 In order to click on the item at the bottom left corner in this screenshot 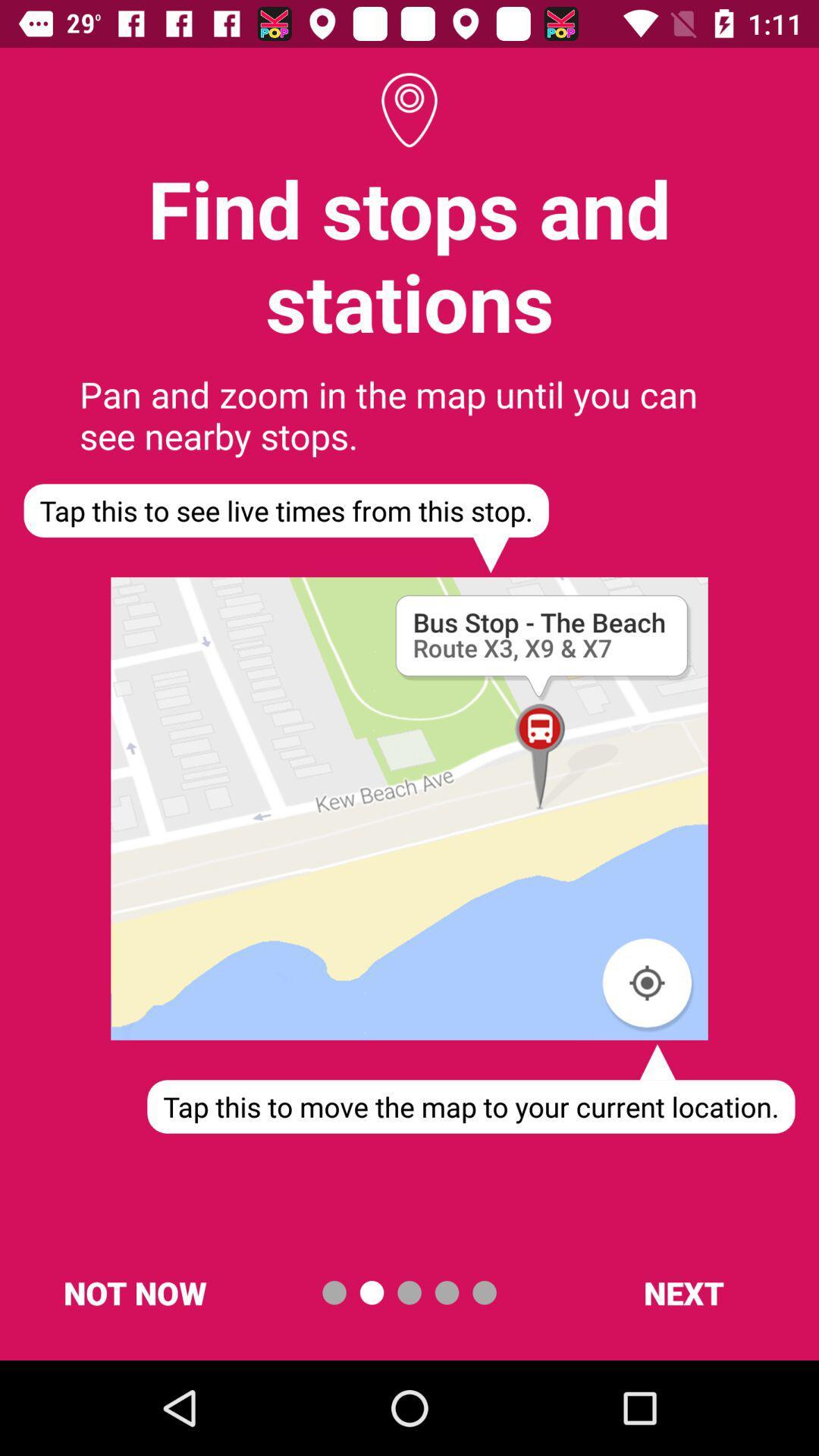, I will do `click(134, 1291)`.